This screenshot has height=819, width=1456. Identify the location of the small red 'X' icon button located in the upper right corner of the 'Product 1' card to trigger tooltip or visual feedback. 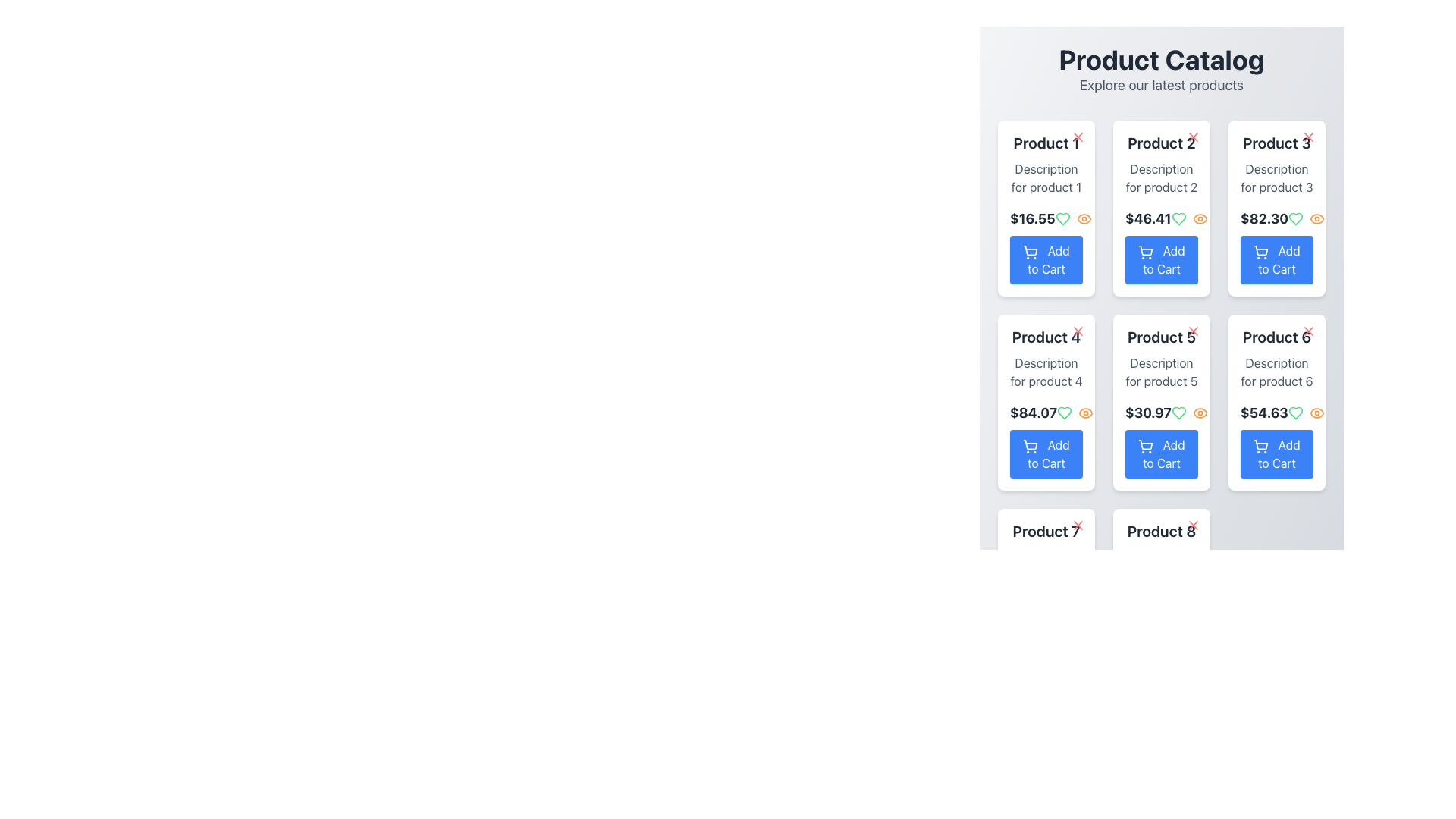
(1077, 137).